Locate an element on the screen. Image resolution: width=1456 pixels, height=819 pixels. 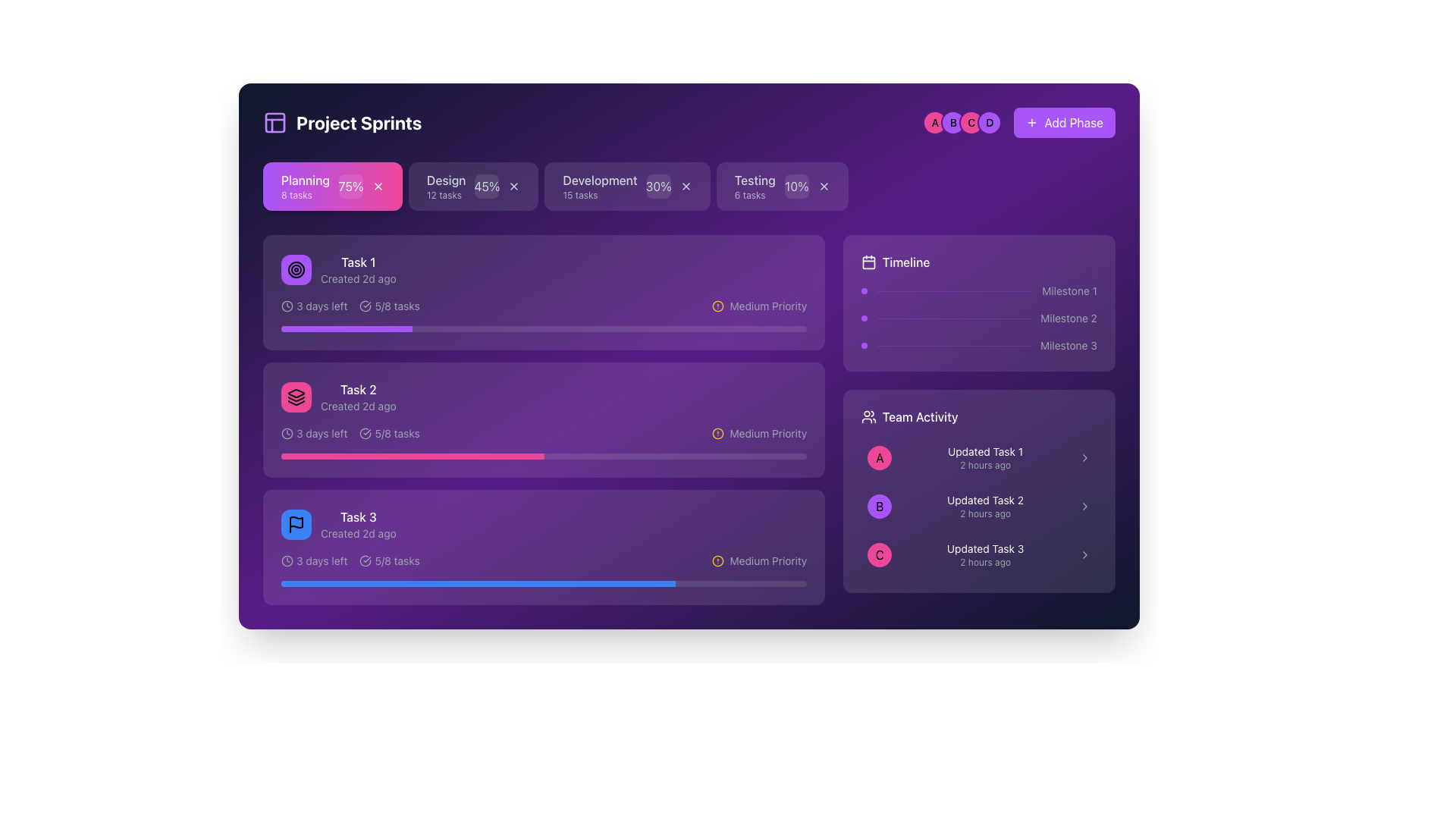
the milestone identifier text label located at the far right of the project timeline, which is part of a timeline component in the upper-right section of the interface is located at coordinates (1068, 291).